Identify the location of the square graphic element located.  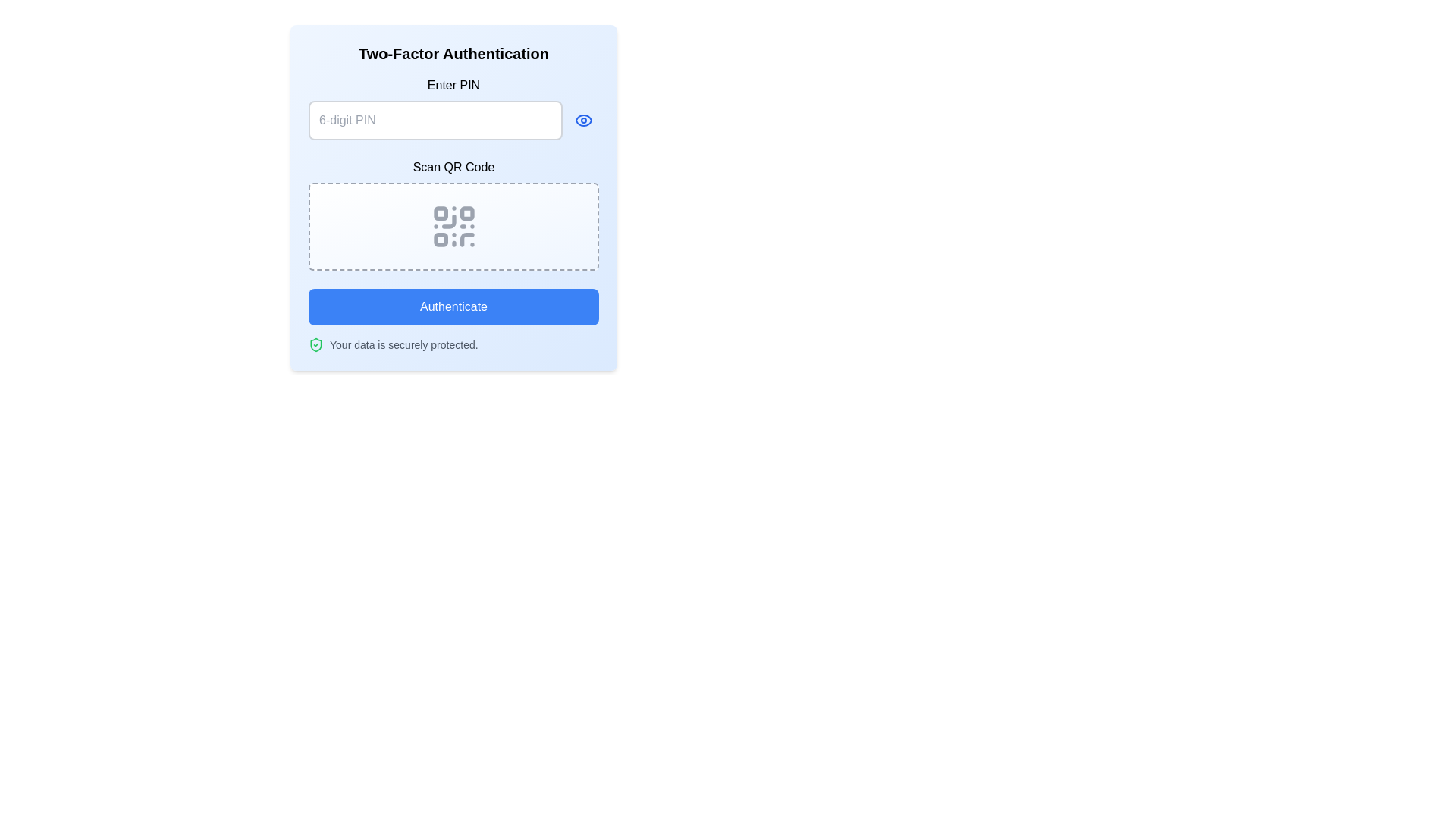
(440, 239).